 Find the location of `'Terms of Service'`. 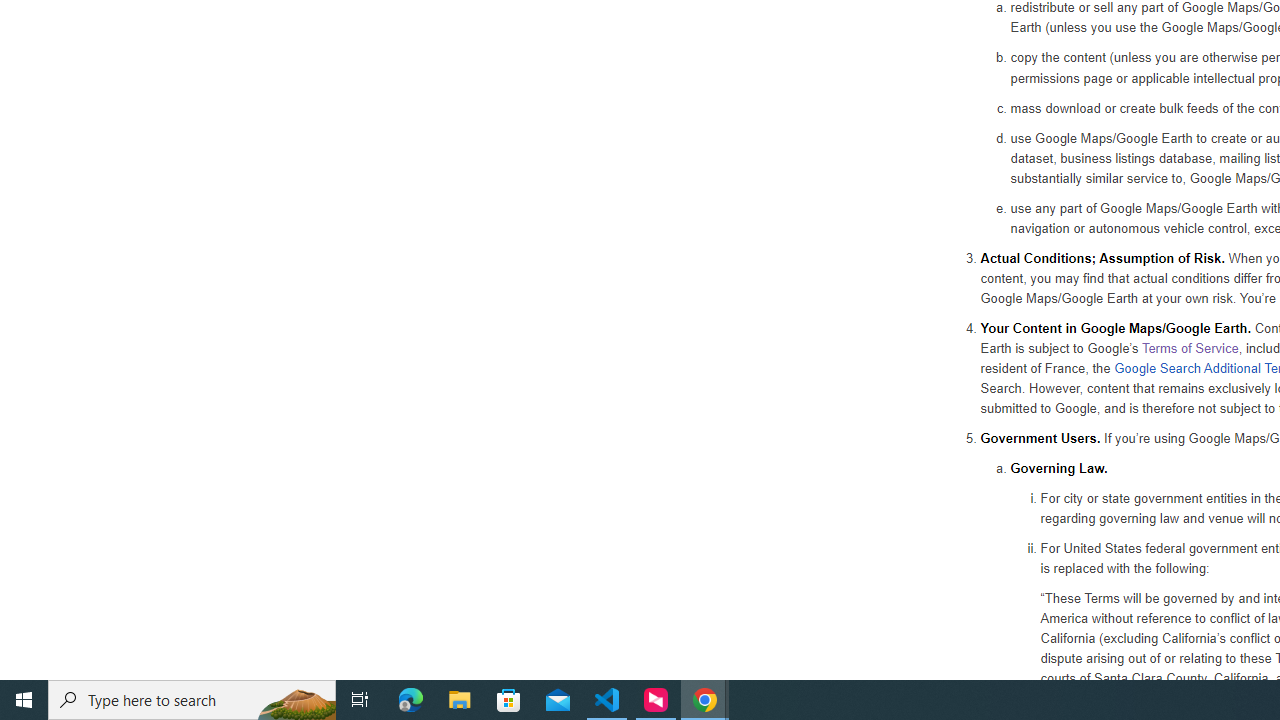

'Terms of Service' is located at coordinates (1189, 346).